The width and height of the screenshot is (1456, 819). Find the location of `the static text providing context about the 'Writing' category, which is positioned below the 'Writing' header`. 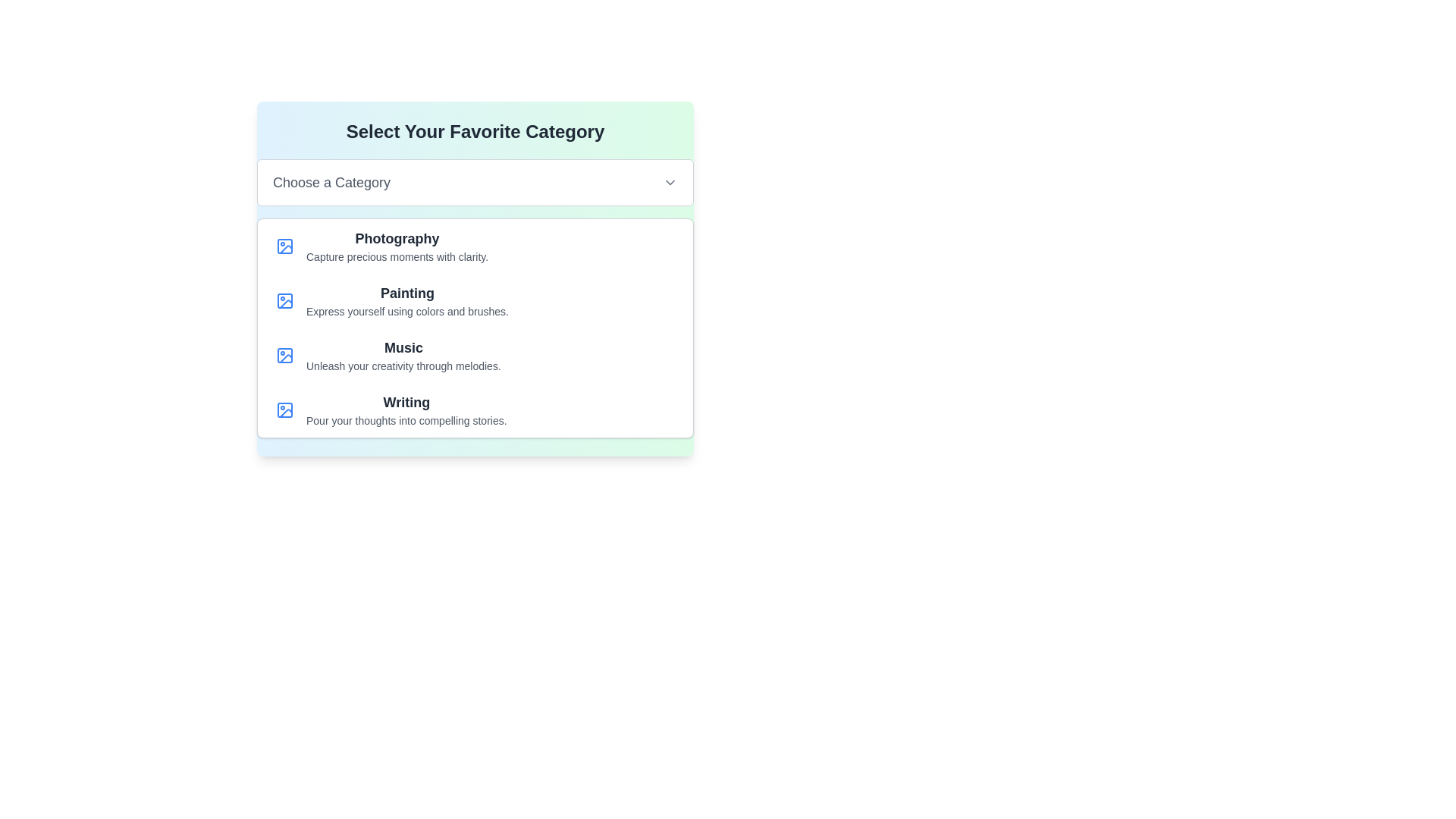

the static text providing context about the 'Writing' category, which is positioned below the 'Writing' header is located at coordinates (406, 421).